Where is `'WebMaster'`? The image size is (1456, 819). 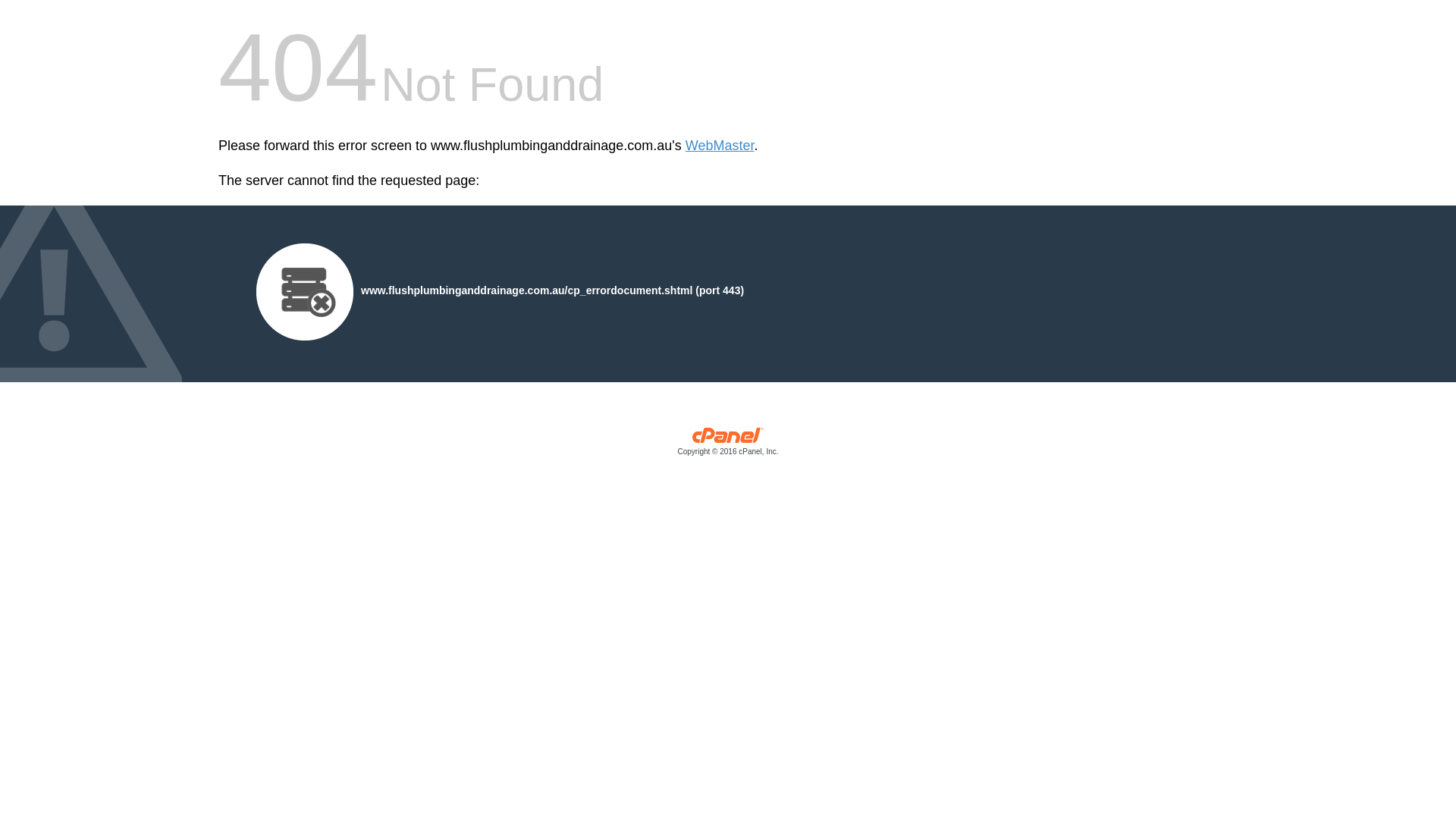 'WebMaster' is located at coordinates (684, 146).